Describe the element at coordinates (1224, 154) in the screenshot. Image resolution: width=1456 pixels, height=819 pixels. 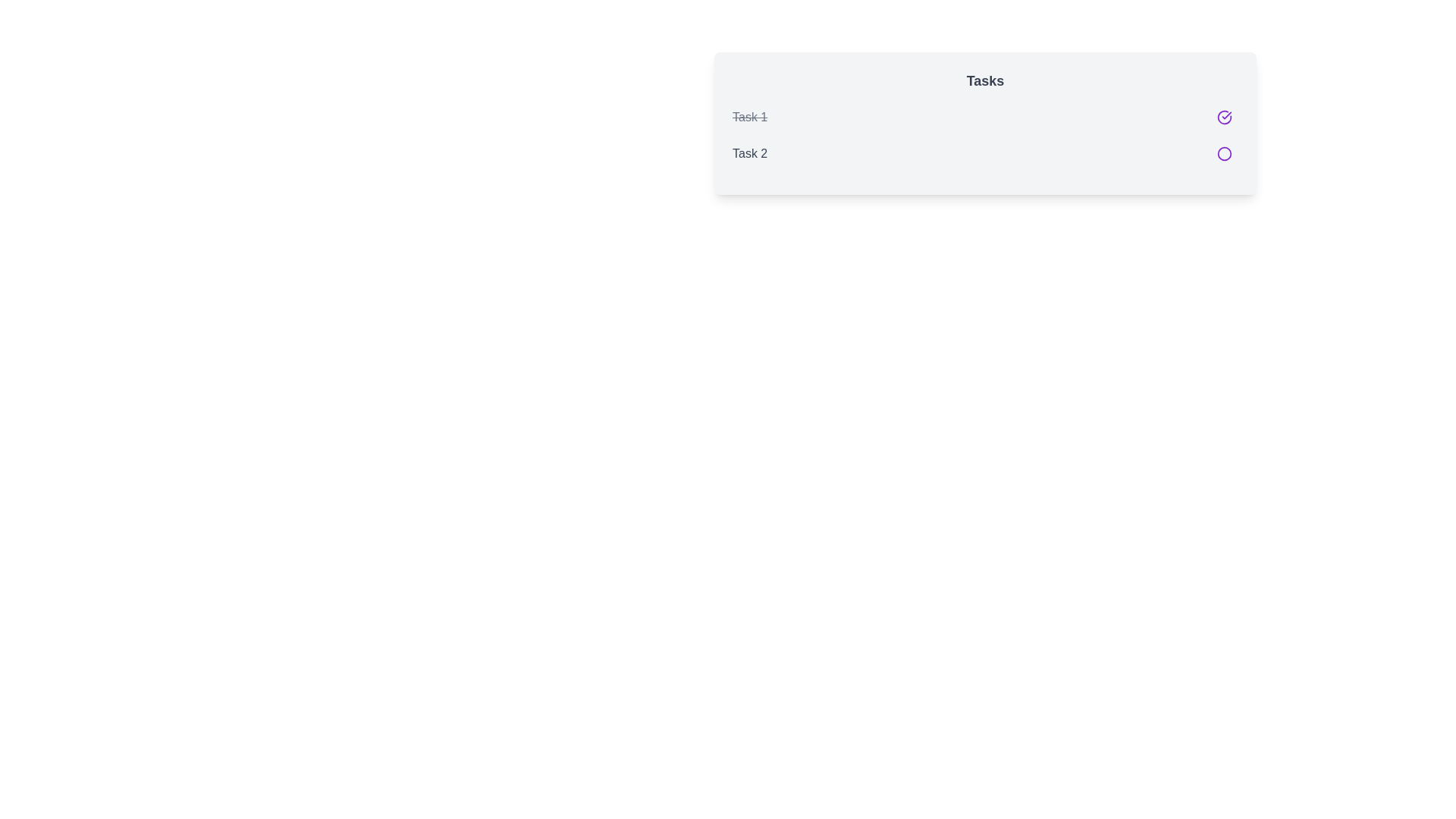
I see `the circular button icon with a purple border located next to the text 'Task 2'` at that location.